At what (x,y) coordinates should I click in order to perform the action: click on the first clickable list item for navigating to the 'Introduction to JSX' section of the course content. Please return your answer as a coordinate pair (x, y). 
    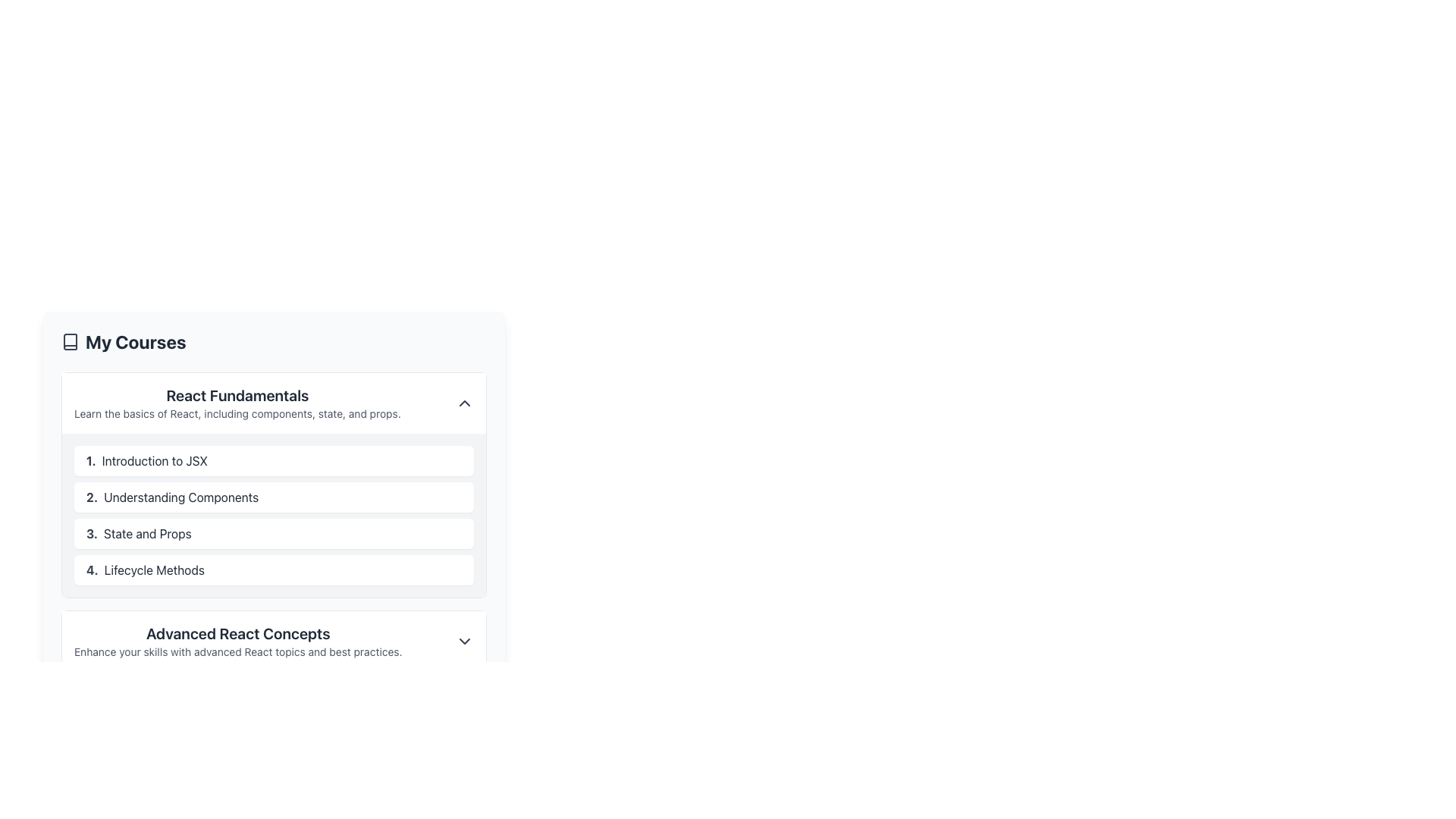
    Looking at the image, I should click on (274, 460).